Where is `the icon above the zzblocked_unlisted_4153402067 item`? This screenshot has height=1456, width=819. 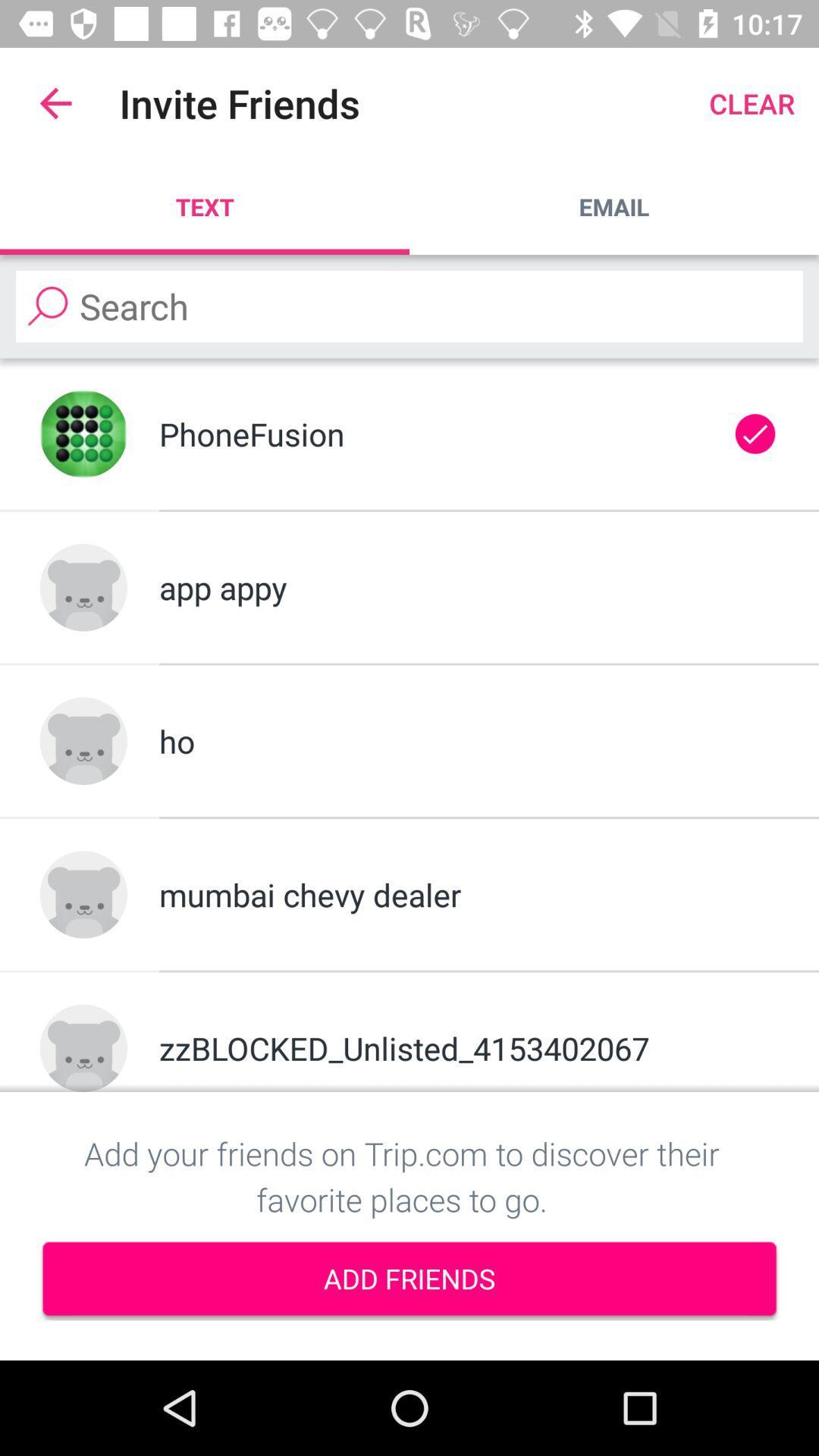 the icon above the zzblocked_unlisted_4153402067 item is located at coordinates (468, 894).